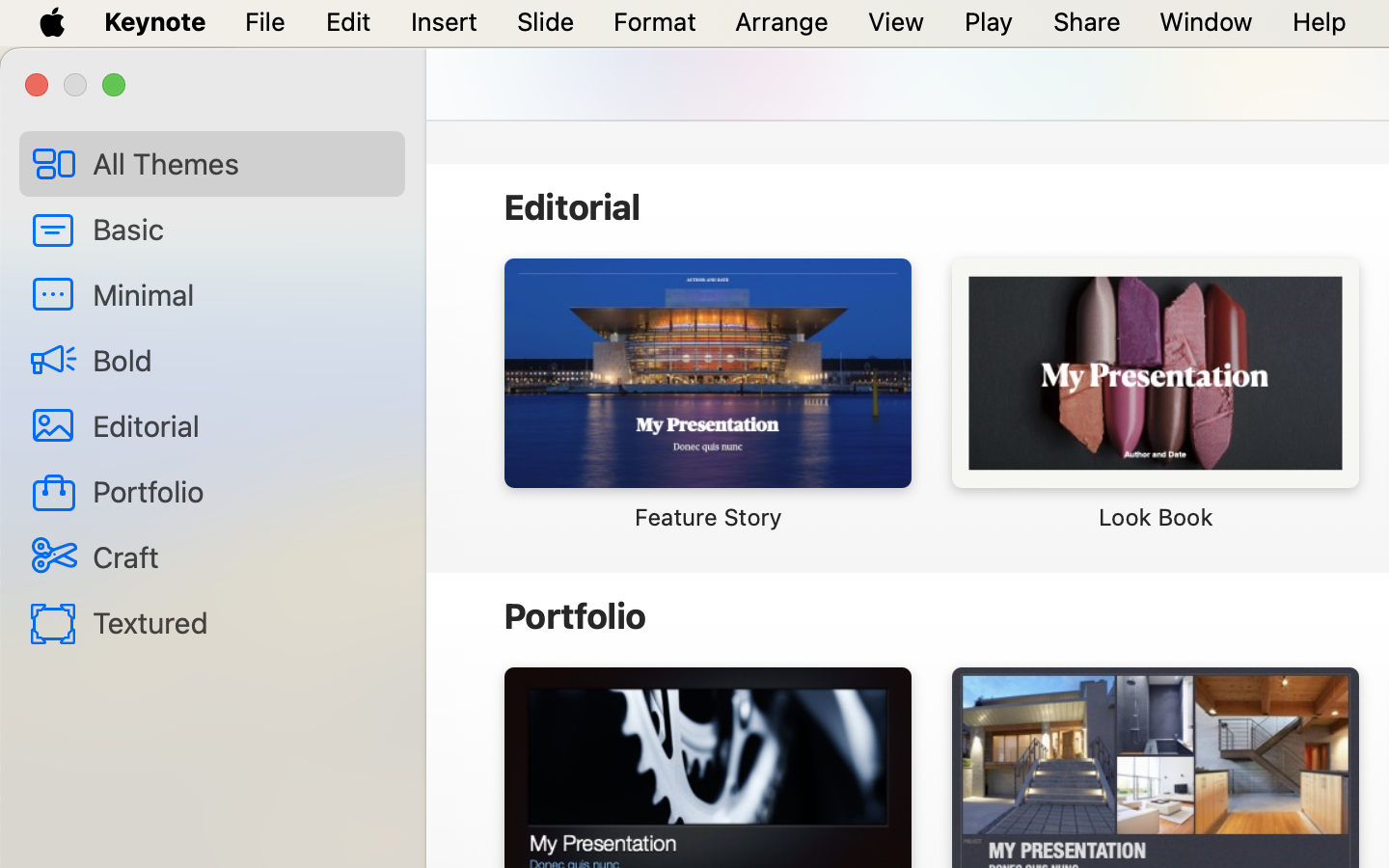 The height and width of the screenshot is (868, 1389). Describe the element at coordinates (239, 556) in the screenshot. I see `'Craft'` at that location.